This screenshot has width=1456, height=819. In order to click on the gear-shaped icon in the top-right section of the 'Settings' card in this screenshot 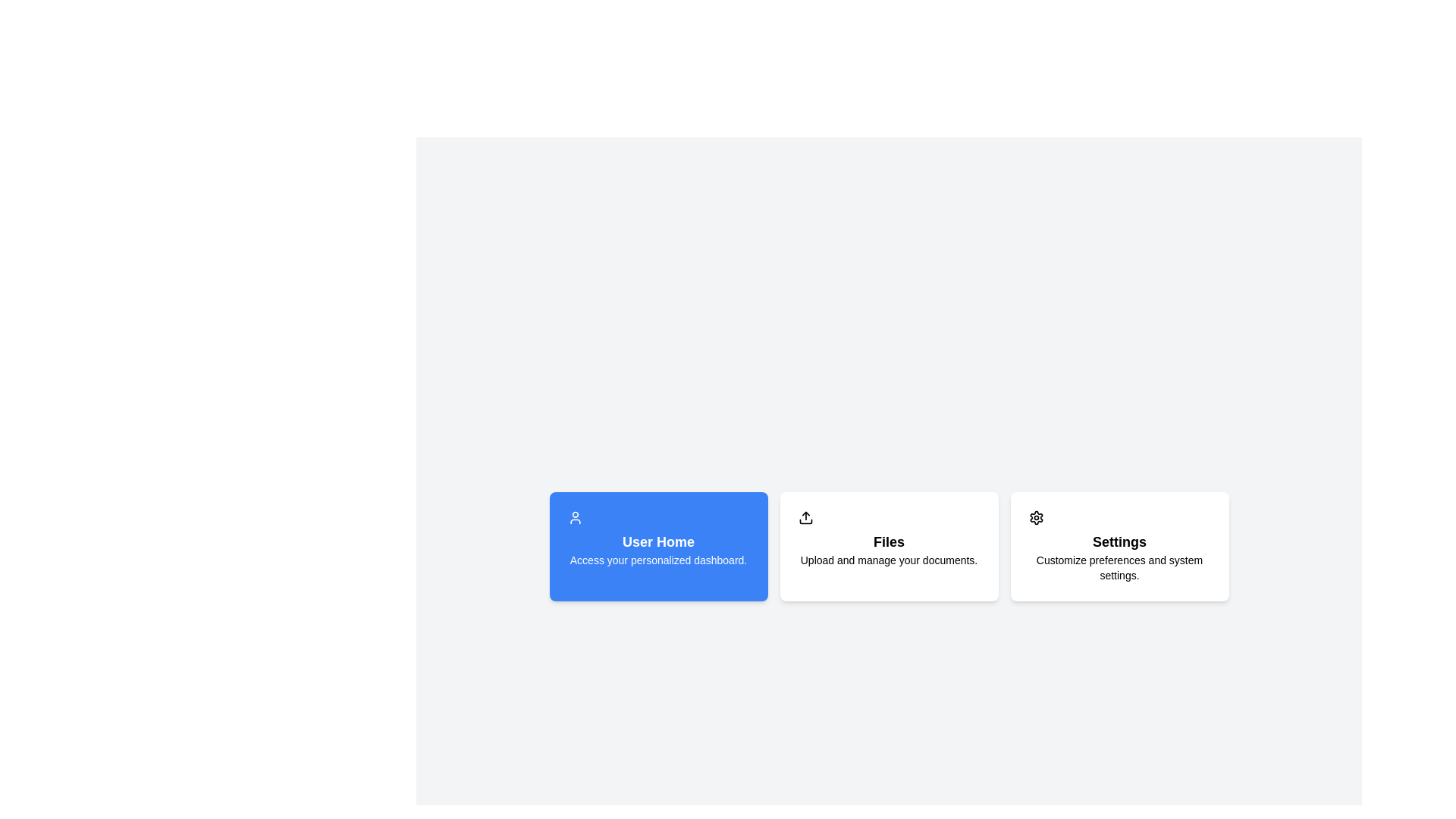, I will do `click(1035, 516)`.